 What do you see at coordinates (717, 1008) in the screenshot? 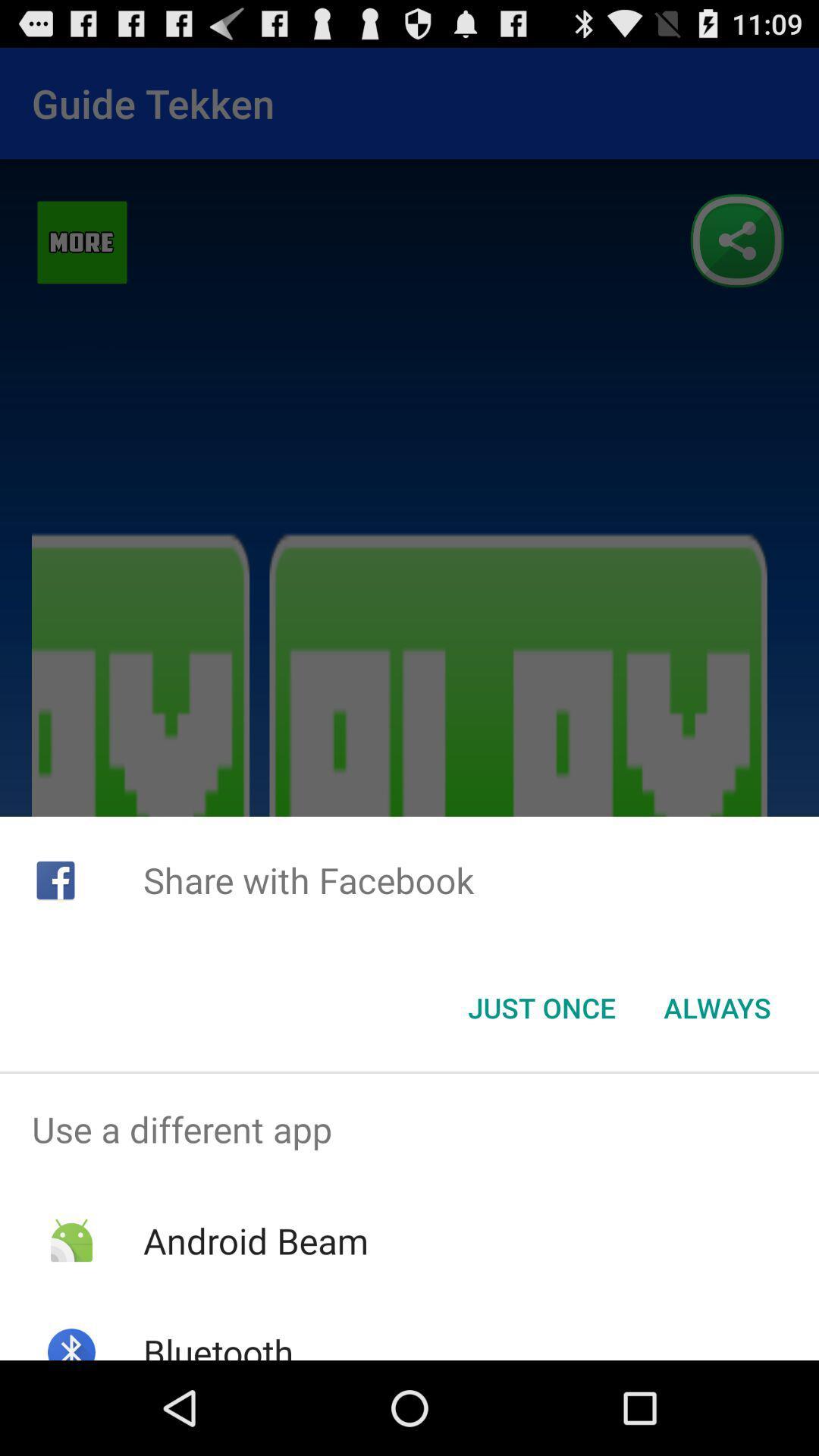
I see `the always` at bounding box center [717, 1008].